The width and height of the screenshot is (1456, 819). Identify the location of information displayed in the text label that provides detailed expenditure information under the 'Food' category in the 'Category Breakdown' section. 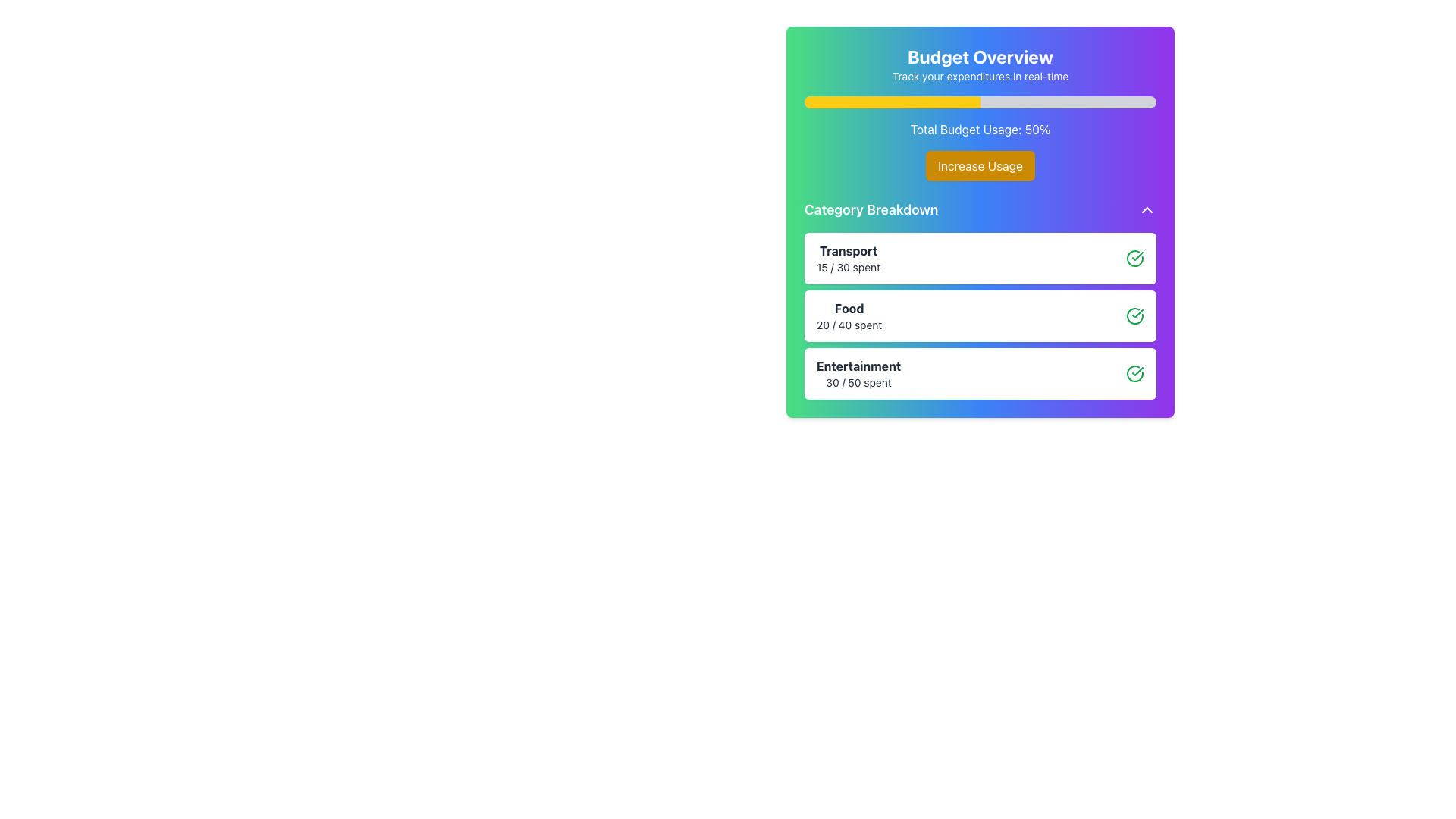
(849, 324).